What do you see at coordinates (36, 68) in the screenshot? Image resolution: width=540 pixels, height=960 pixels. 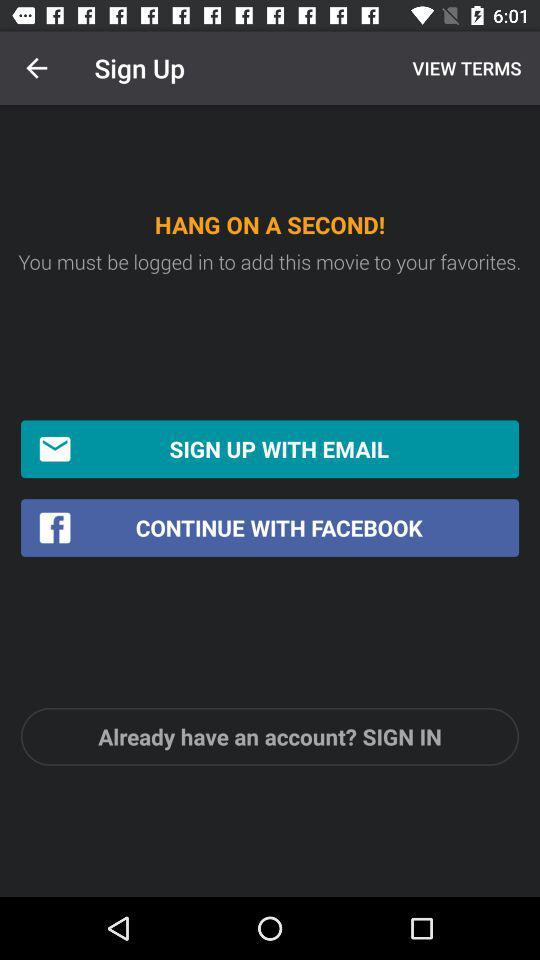 I see `the icon next to sign up icon` at bounding box center [36, 68].